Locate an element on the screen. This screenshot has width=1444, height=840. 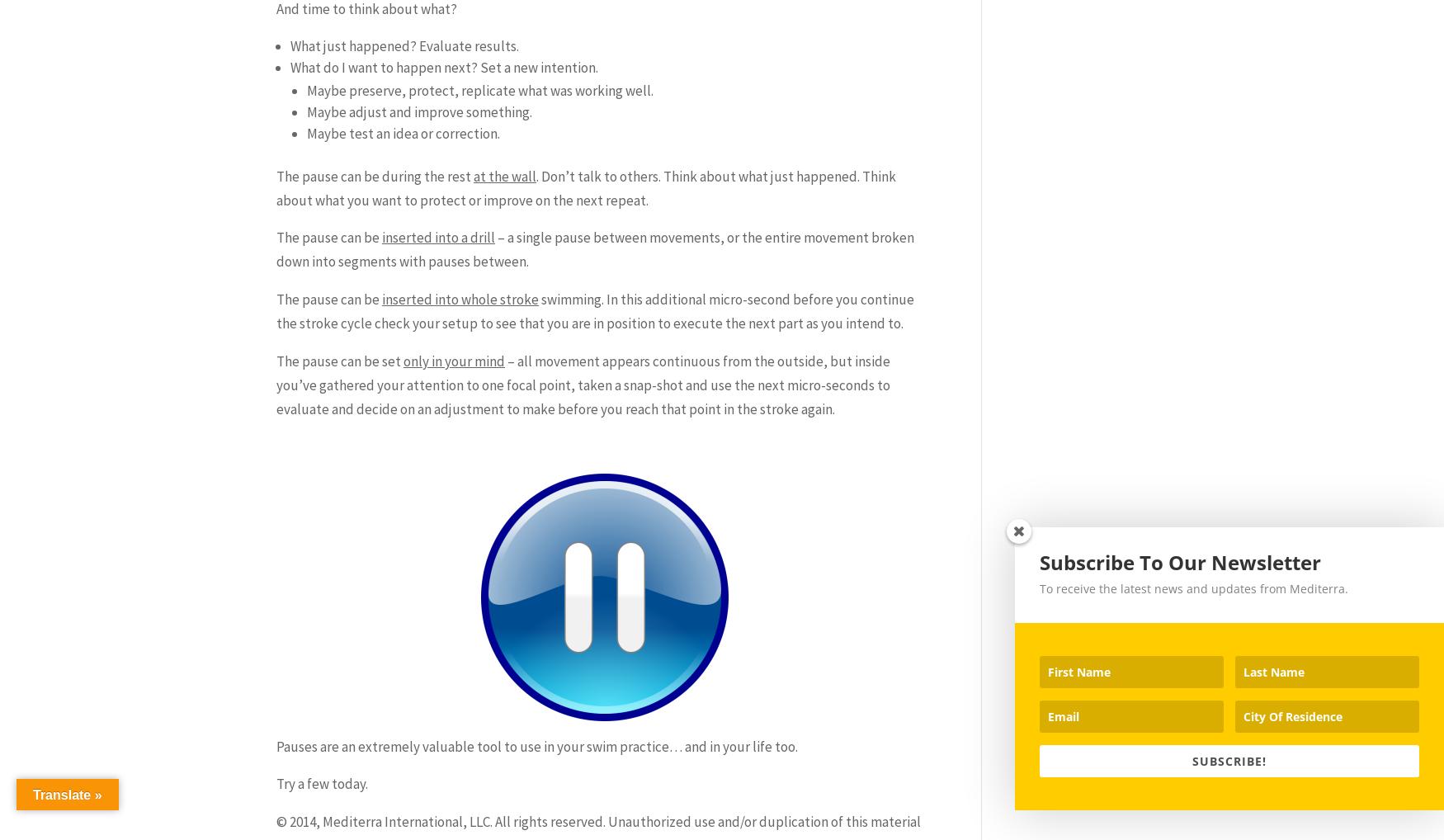
'Contact' is located at coordinates (722, 175).